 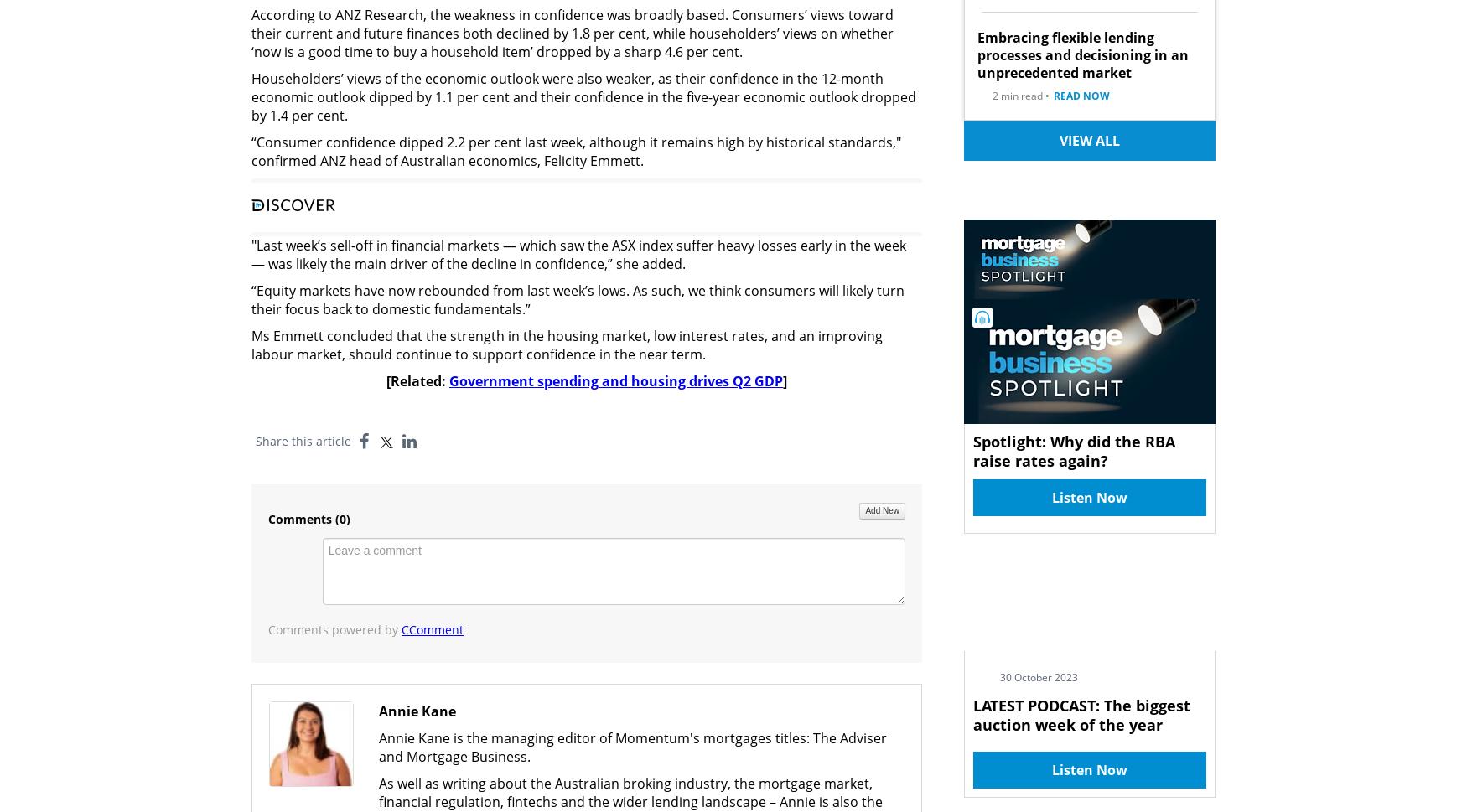 I want to click on '“Equity markets have now rebounded from last week’s lows. As such, we think consumers will likely turn their focus back to domestic fundamentals.”', so click(x=578, y=298).